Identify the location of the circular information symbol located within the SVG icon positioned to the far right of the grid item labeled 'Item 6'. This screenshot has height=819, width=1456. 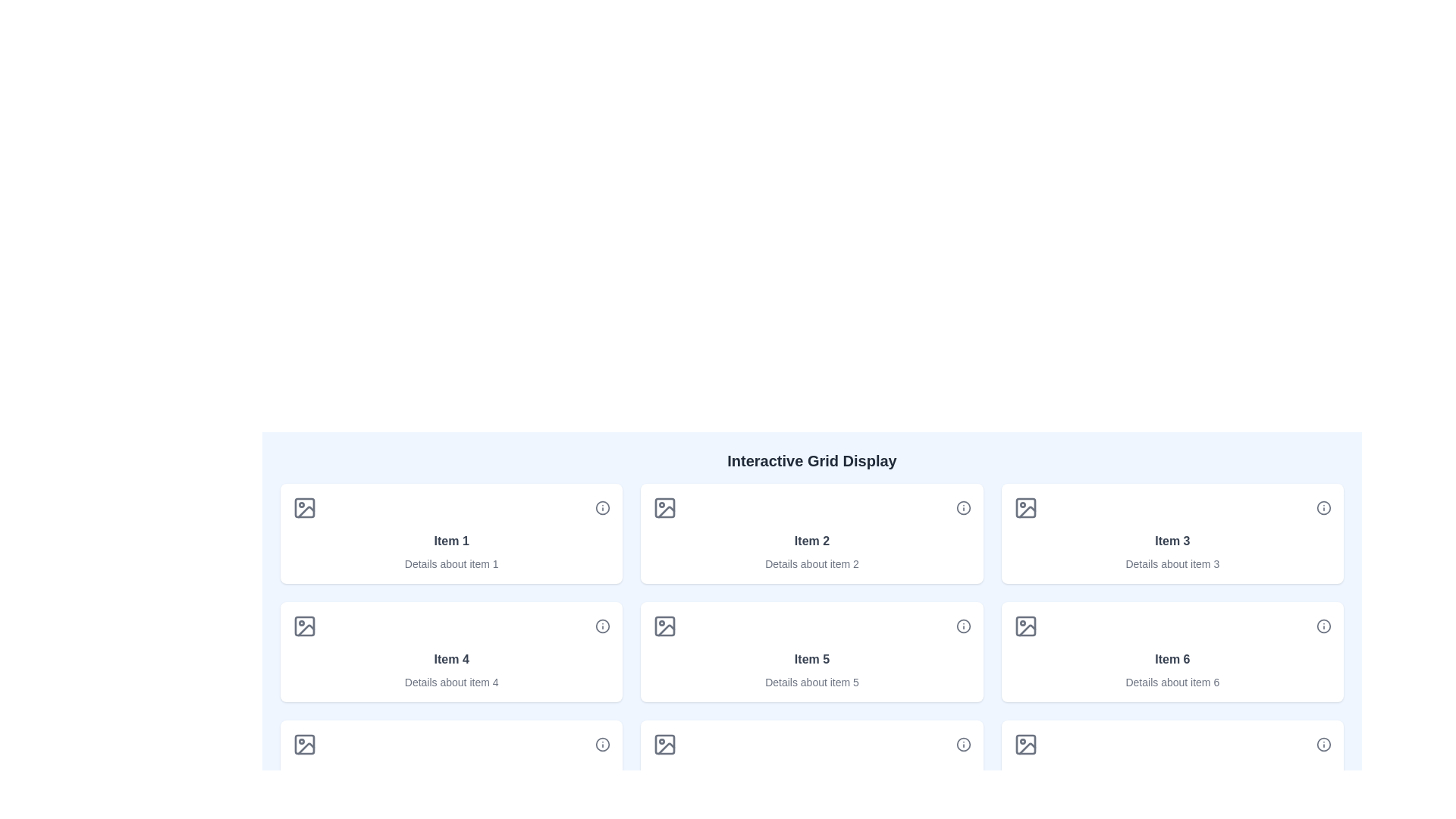
(1323, 626).